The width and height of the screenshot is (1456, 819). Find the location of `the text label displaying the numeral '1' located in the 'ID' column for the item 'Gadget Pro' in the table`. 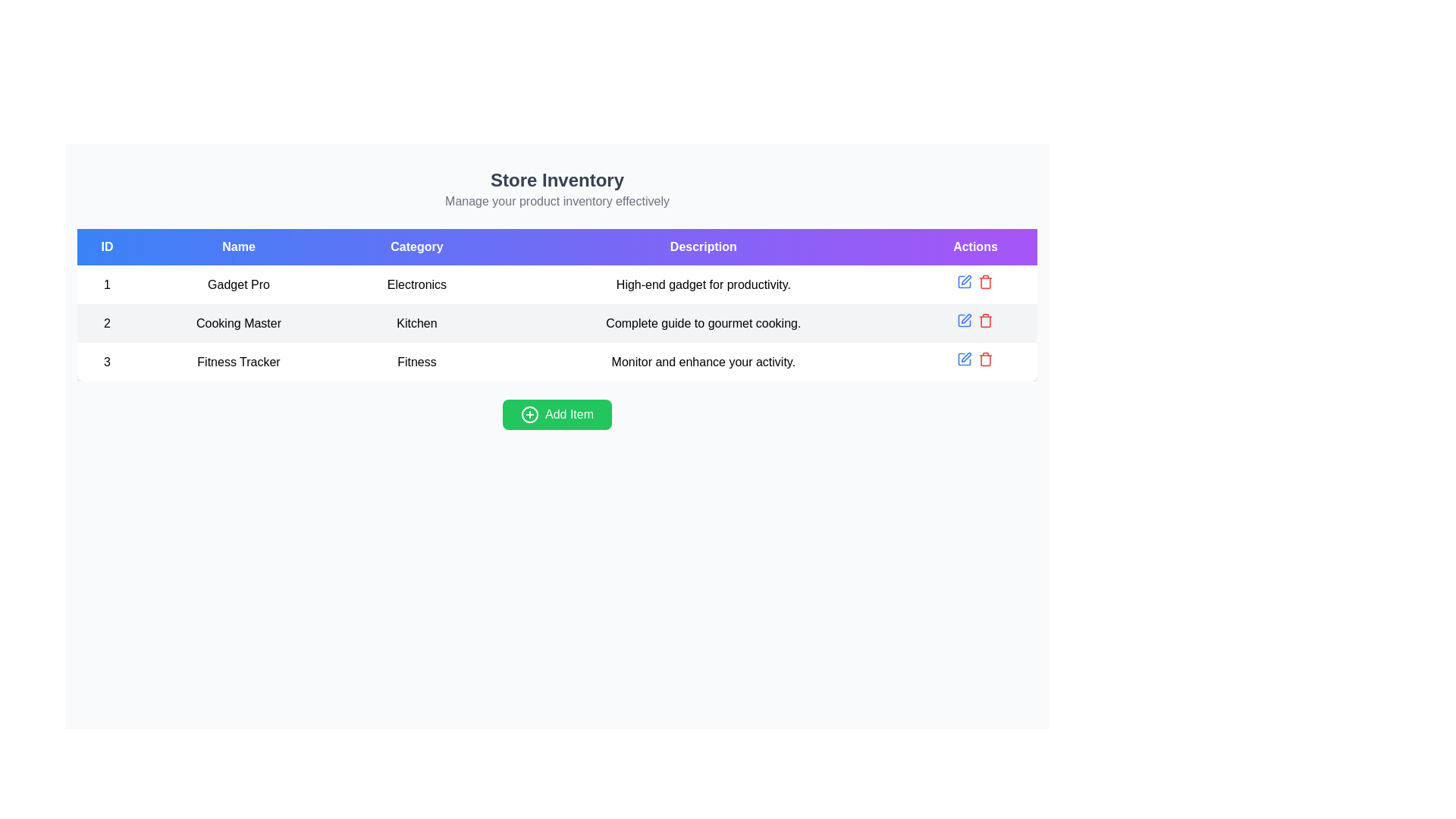

the text label displaying the numeral '1' located in the 'ID' column for the item 'Gadget Pro' in the table is located at coordinates (106, 284).